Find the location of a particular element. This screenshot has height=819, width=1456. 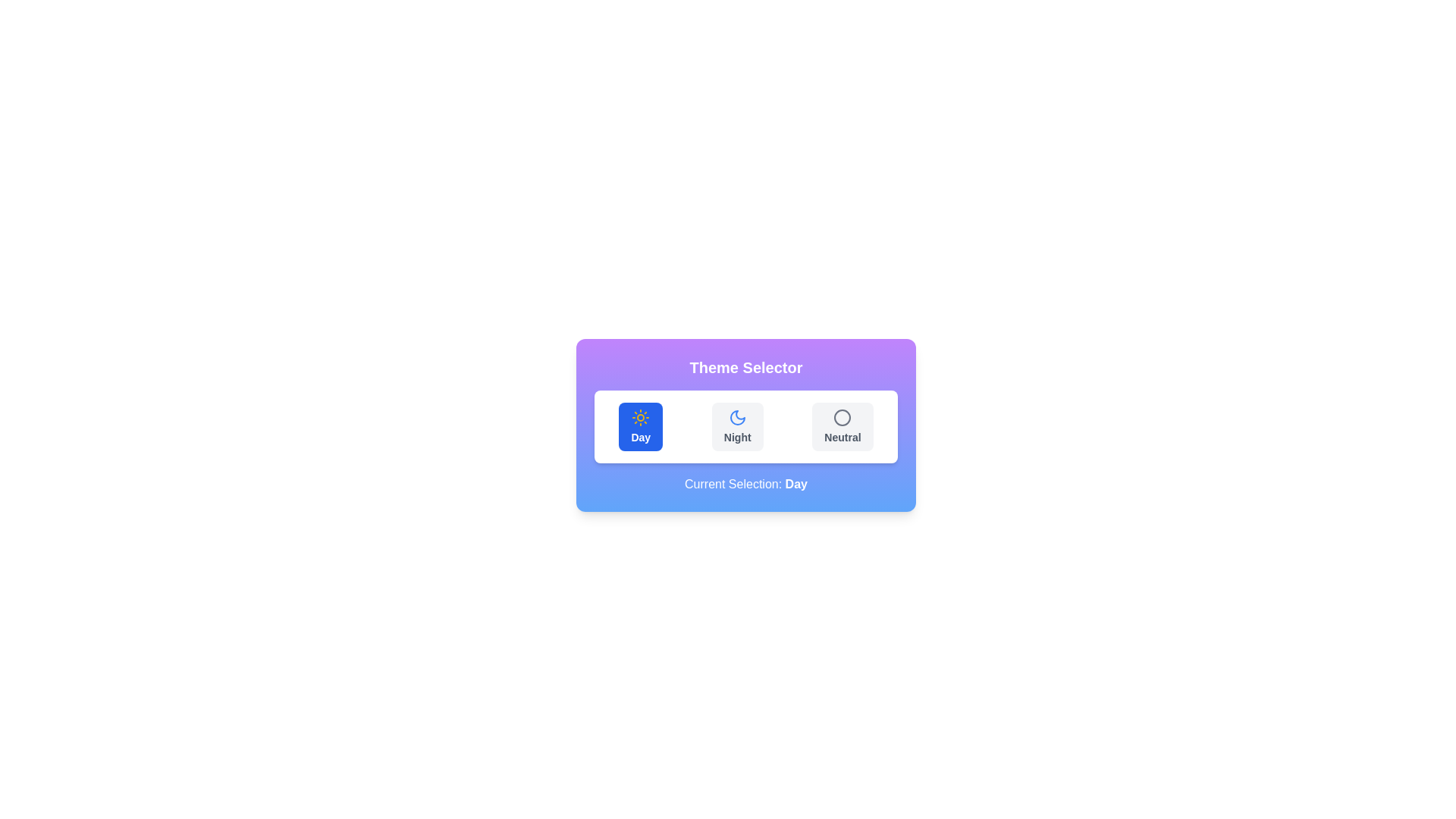

the text label reading 'Neutral', which is styled in a smaller bold font and is part of the third option in a horizontally aligned selection group, located below a circular icon is located at coordinates (842, 438).